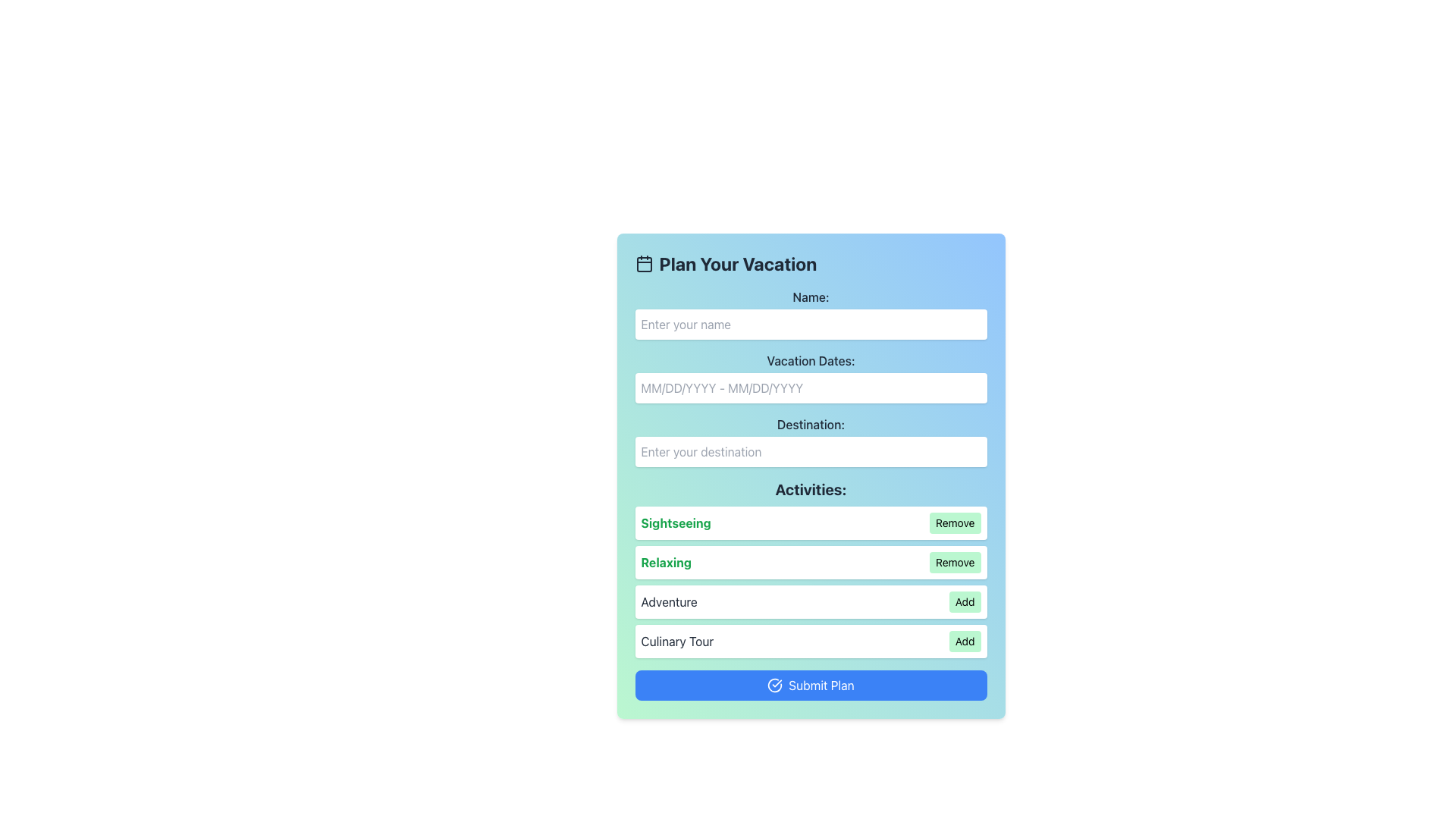  What do you see at coordinates (954, 562) in the screenshot?
I see `the button` at bounding box center [954, 562].